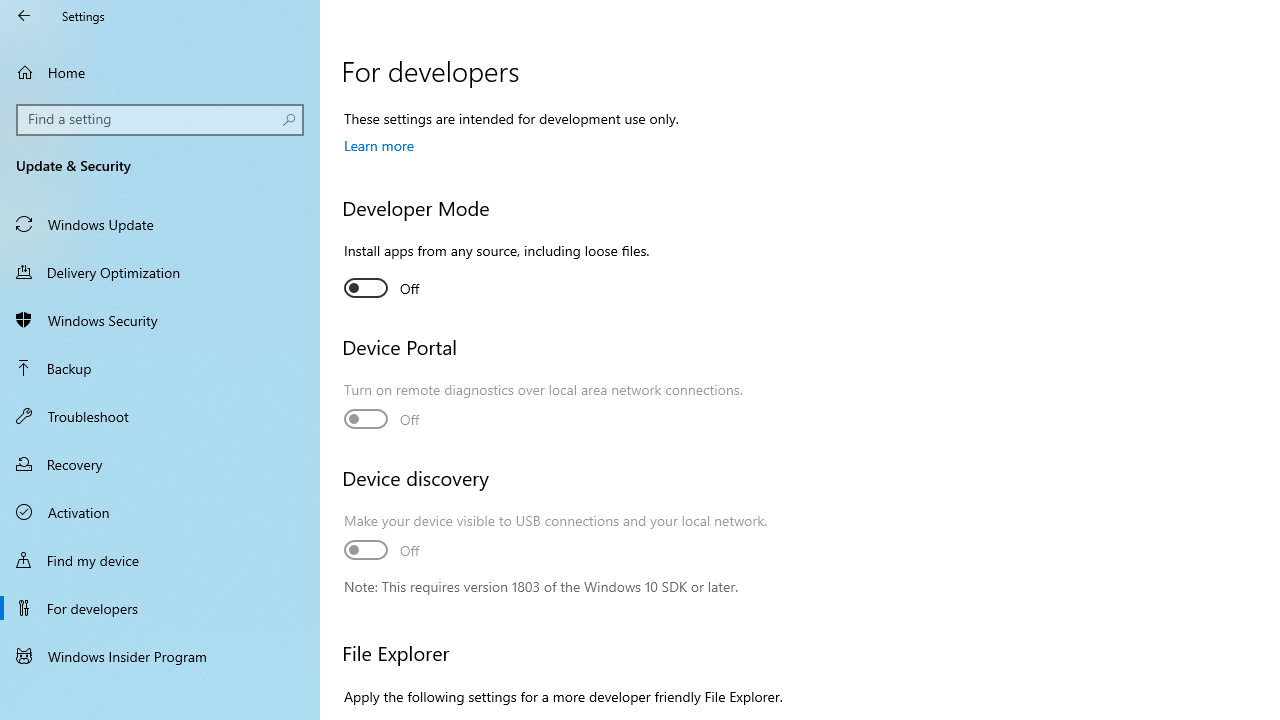 The height and width of the screenshot is (720, 1280). I want to click on 'Find my device', so click(160, 559).